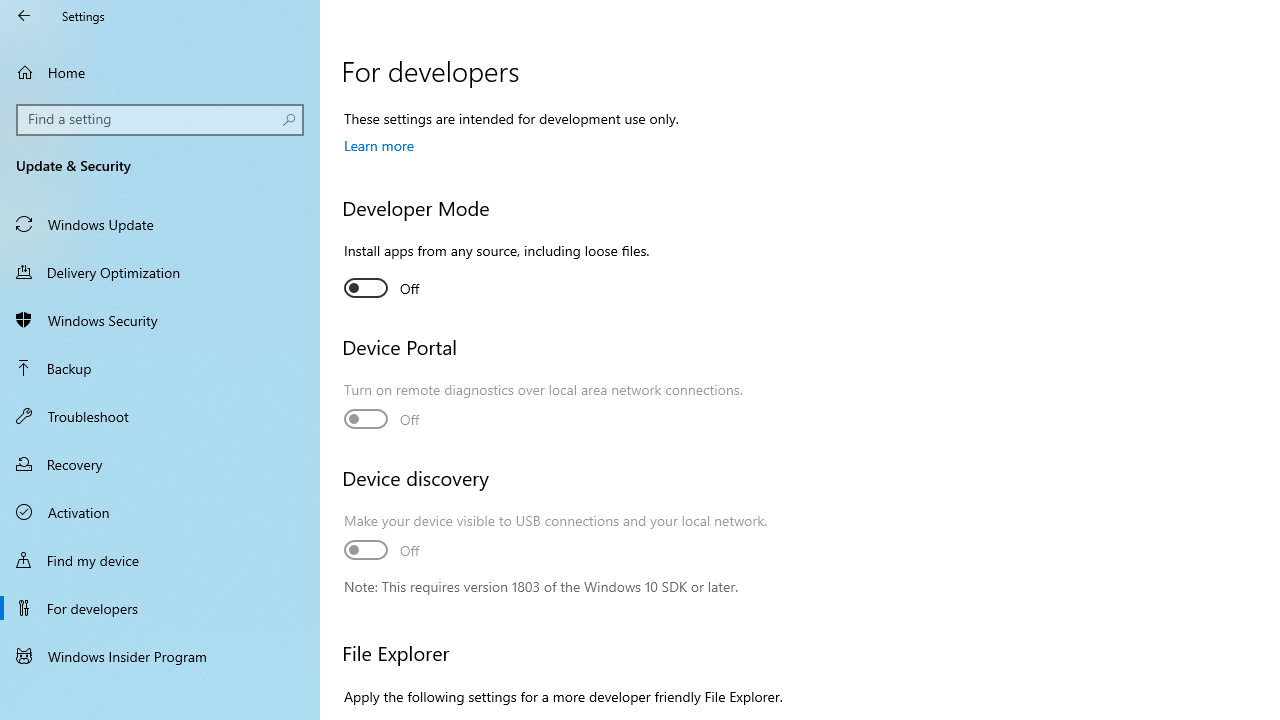 The height and width of the screenshot is (720, 1280). I want to click on 'Find my device', so click(160, 559).